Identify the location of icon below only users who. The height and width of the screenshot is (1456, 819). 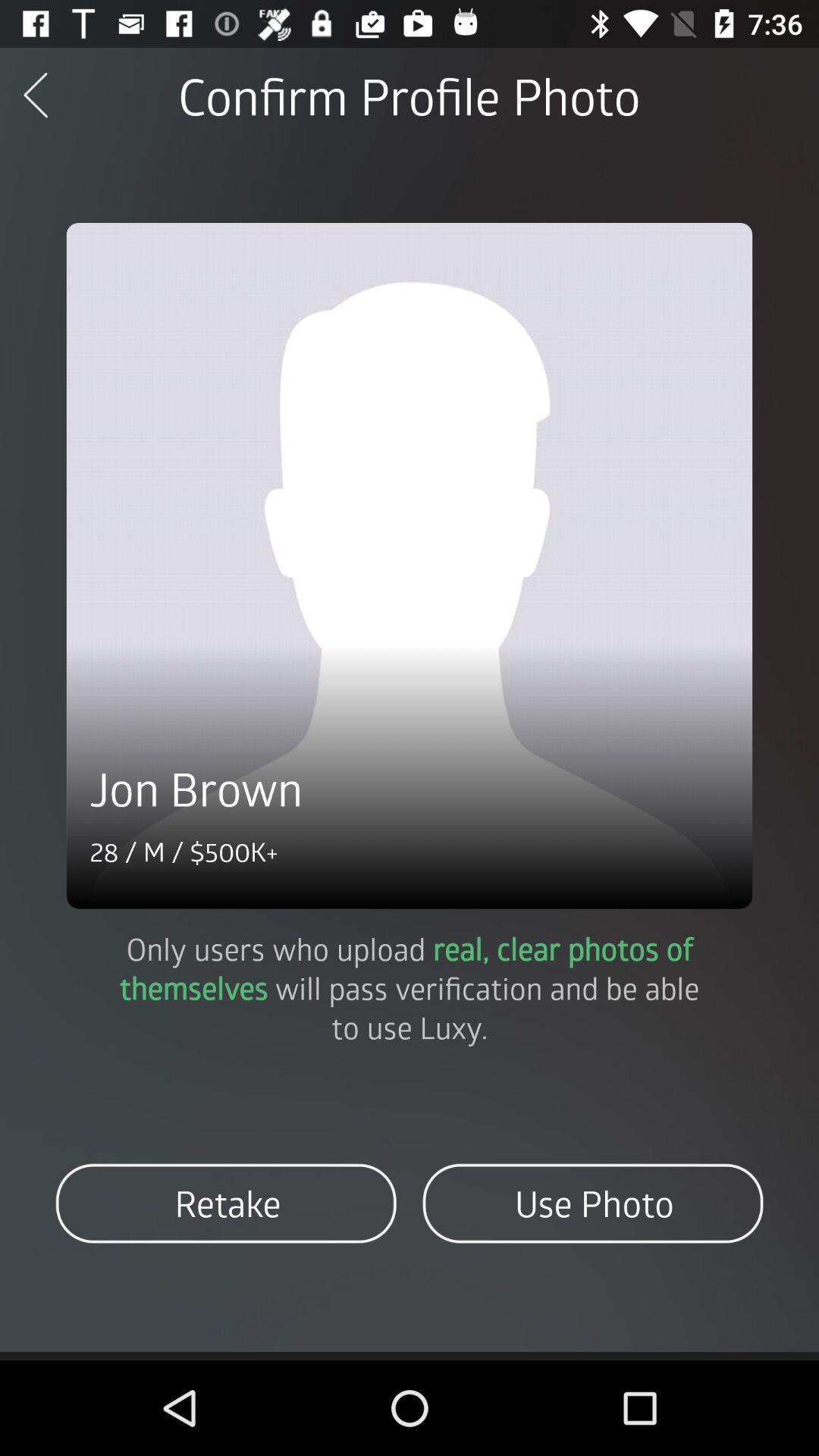
(226, 1203).